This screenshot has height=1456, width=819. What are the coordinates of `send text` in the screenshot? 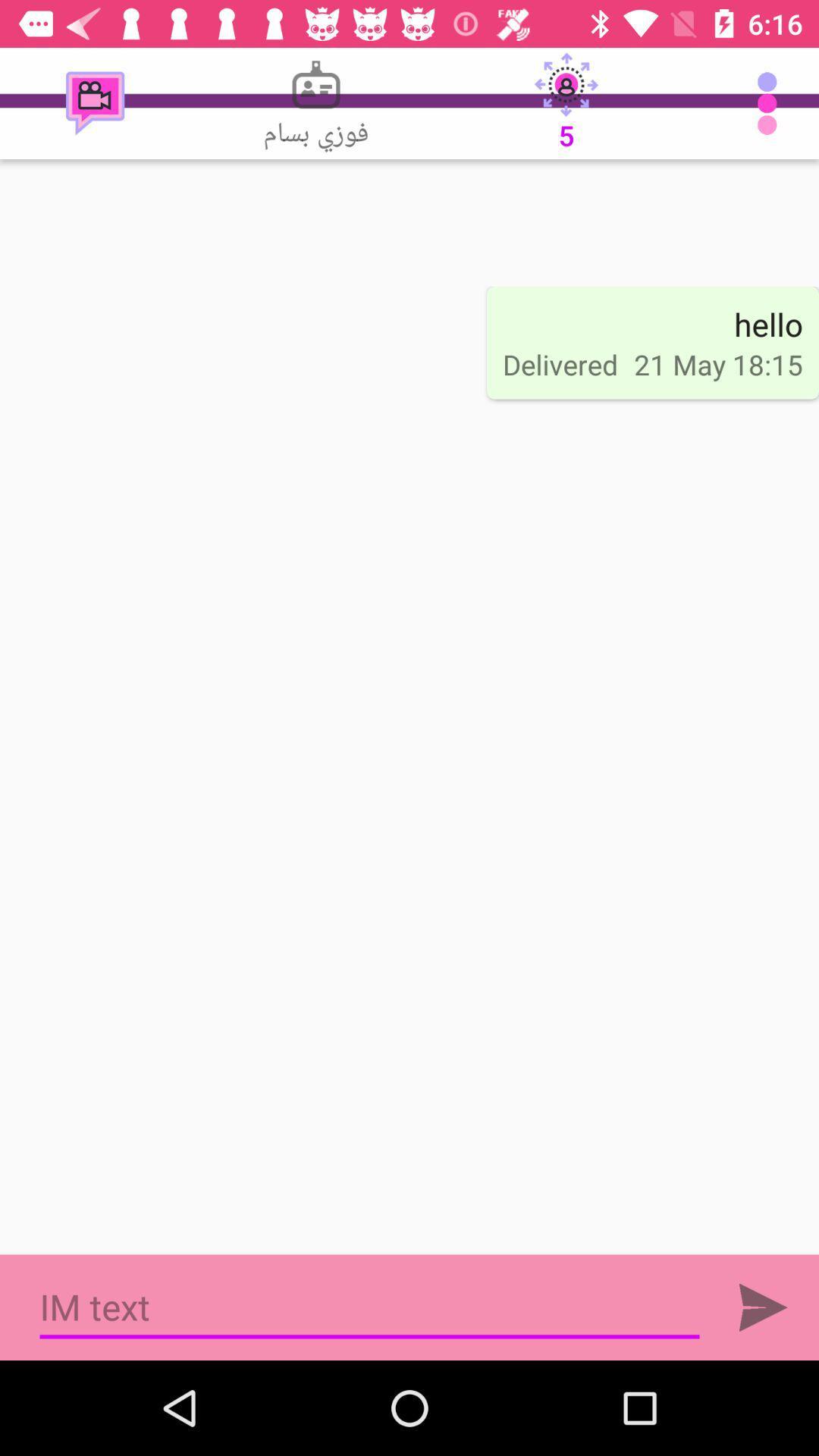 It's located at (763, 1307).